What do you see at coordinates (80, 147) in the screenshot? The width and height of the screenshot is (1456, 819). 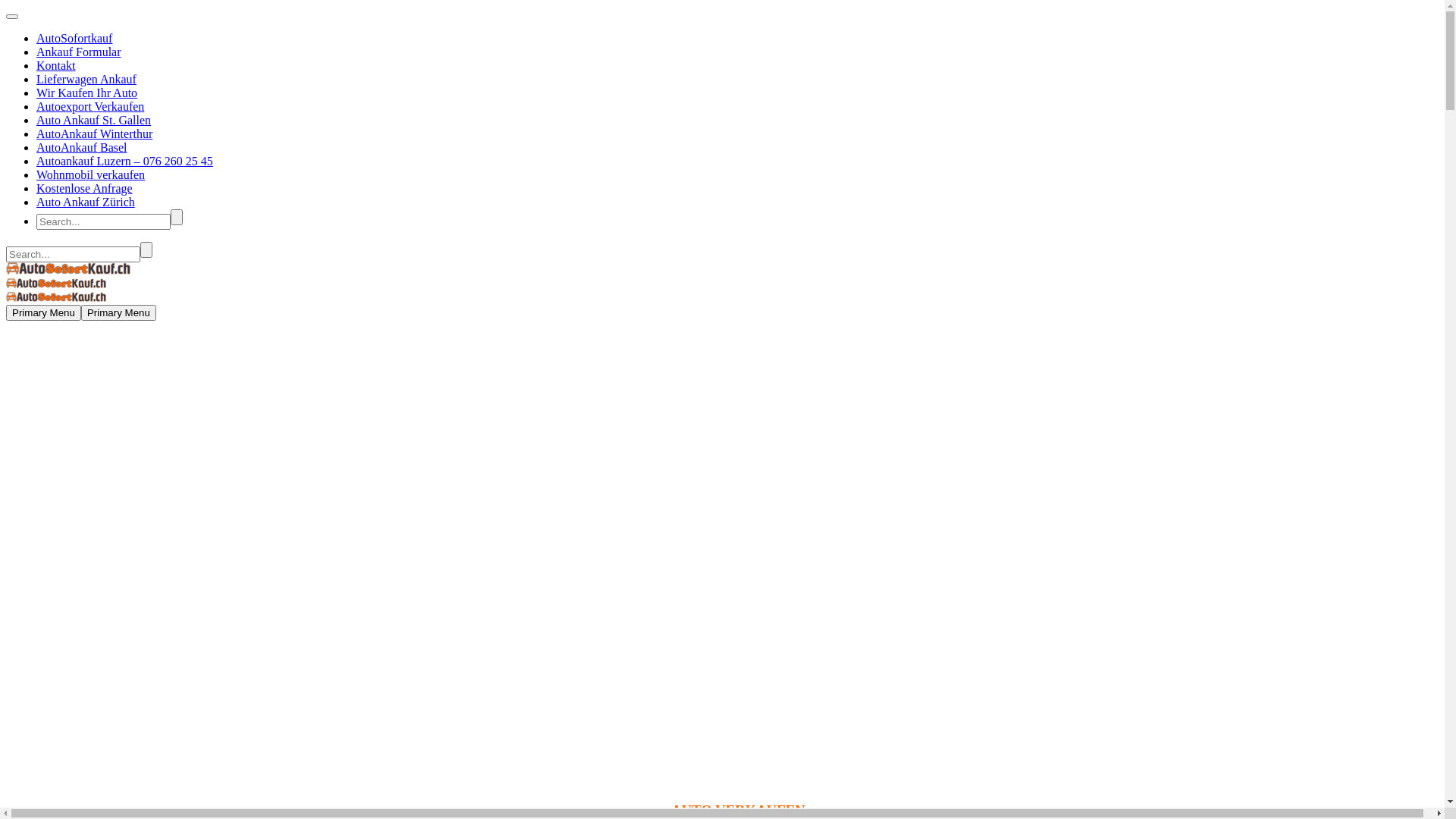 I see `'AutoAnkauf Basel'` at bounding box center [80, 147].